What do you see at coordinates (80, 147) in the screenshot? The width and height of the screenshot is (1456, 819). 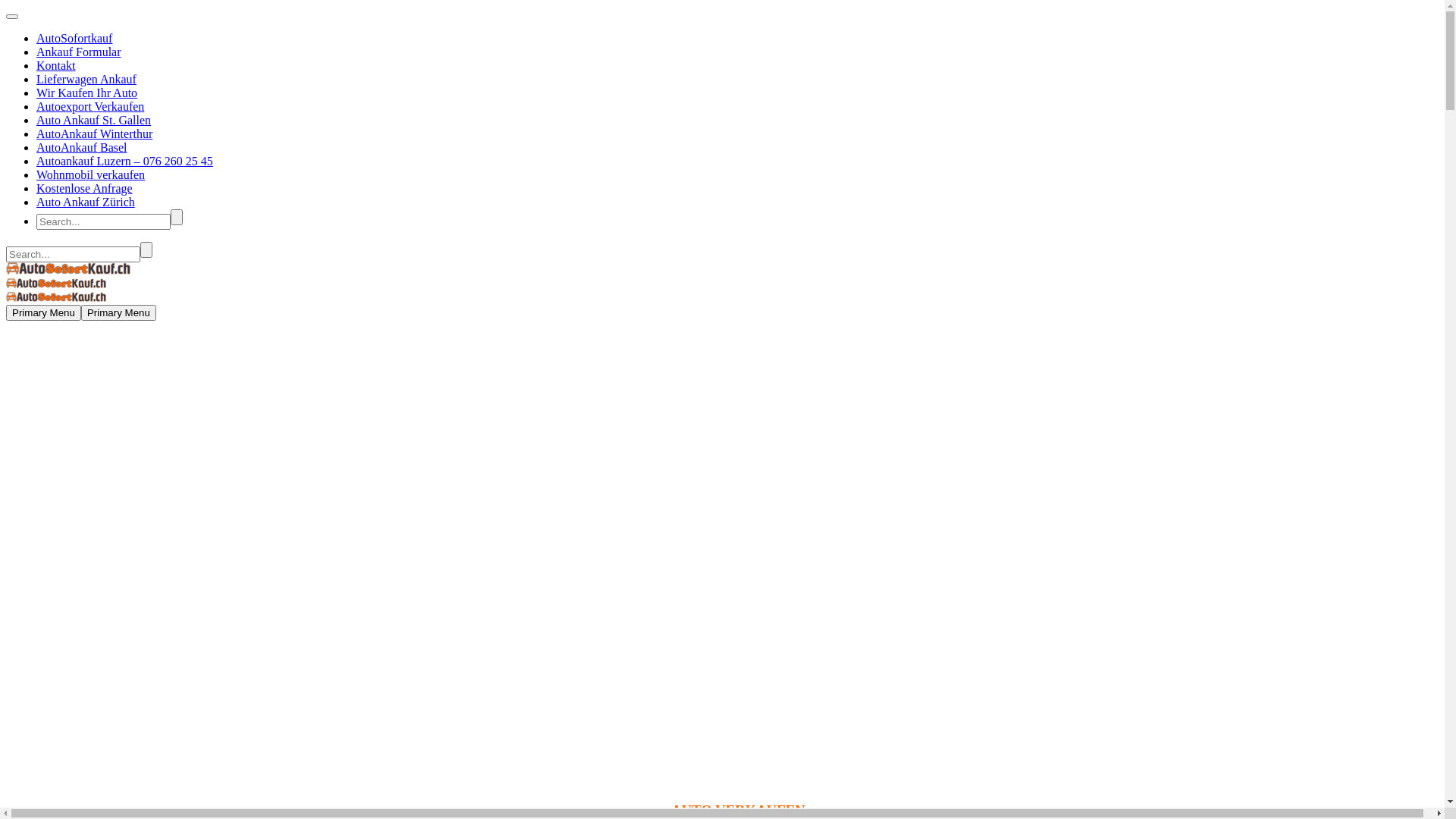 I see `'AutoAnkauf Basel'` at bounding box center [80, 147].